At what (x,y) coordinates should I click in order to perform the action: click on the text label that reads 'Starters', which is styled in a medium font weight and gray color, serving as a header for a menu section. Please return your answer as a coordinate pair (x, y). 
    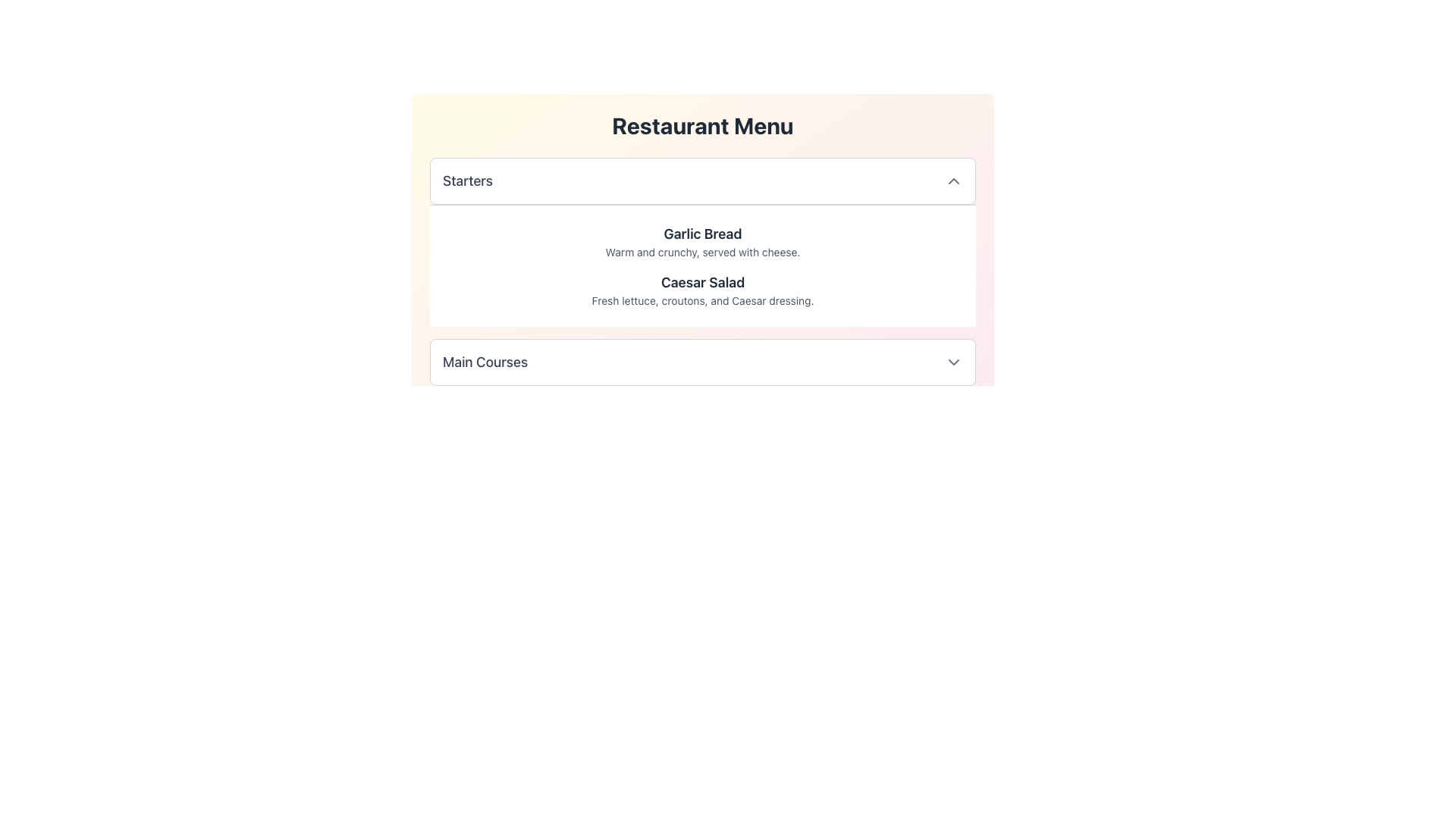
    Looking at the image, I should click on (467, 180).